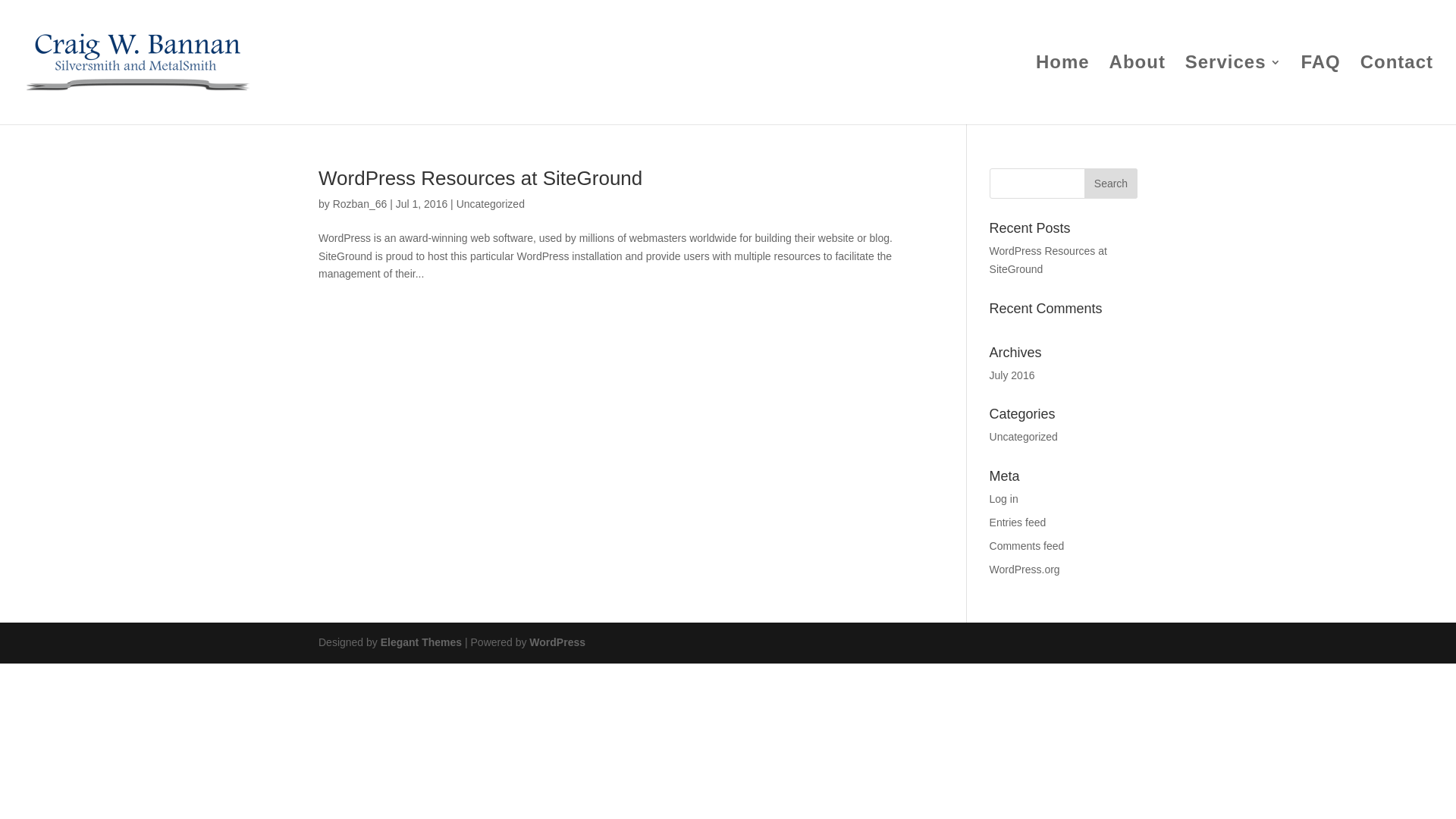 Image resolution: width=1456 pixels, height=819 pixels. I want to click on 'About', so click(1137, 90).